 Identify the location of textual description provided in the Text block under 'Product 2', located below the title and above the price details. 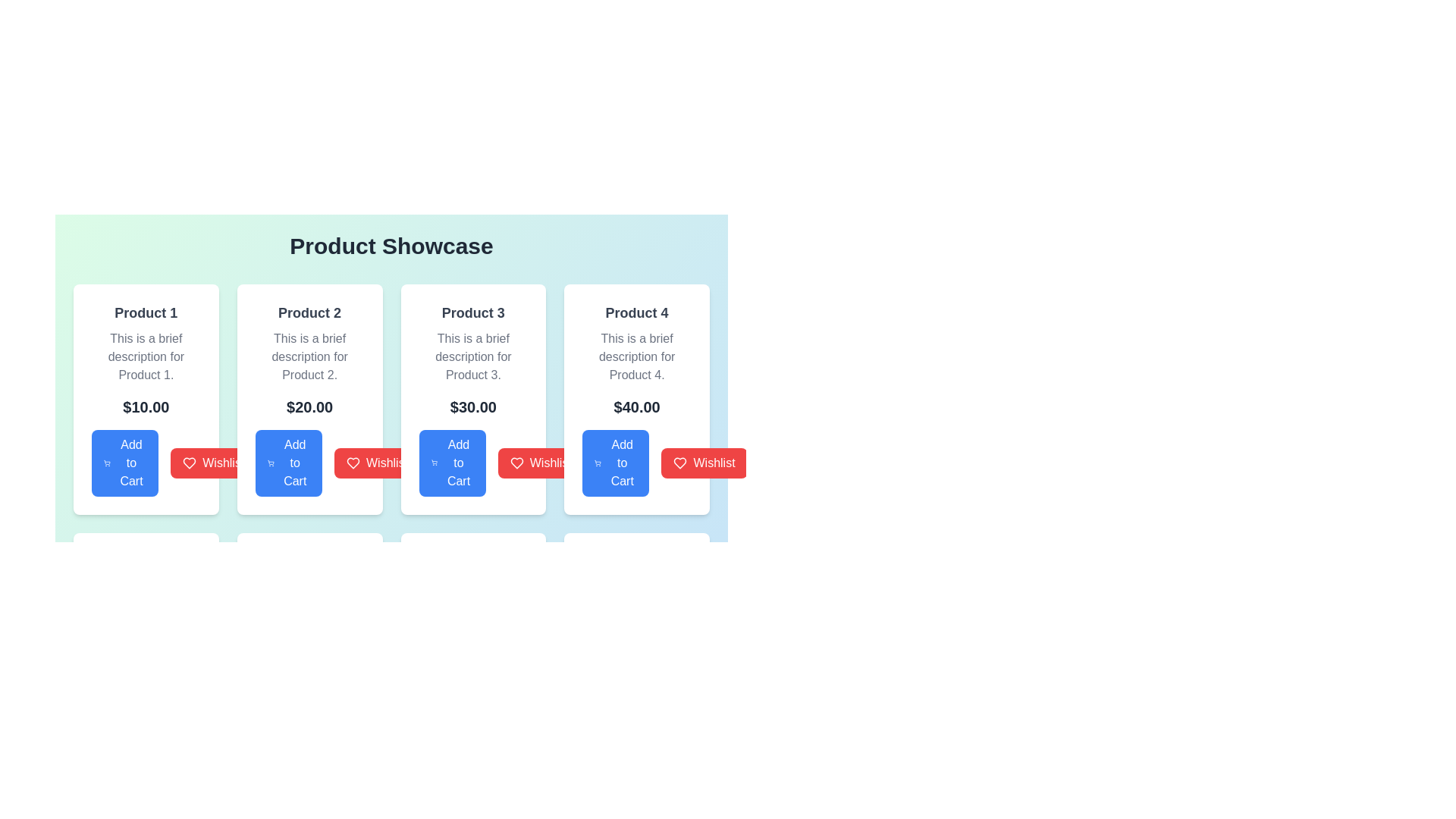
(309, 356).